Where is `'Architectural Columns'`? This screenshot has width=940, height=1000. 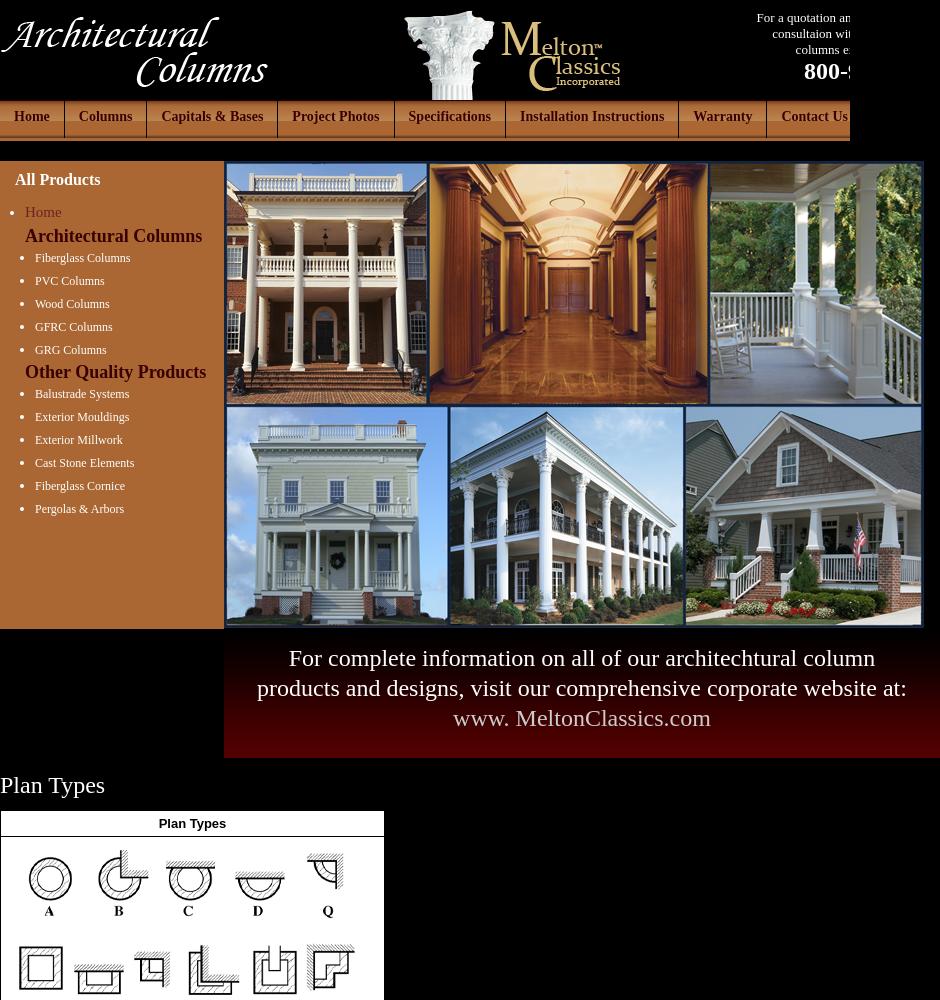
'Architectural Columns' is located at coordinates (25, 235).